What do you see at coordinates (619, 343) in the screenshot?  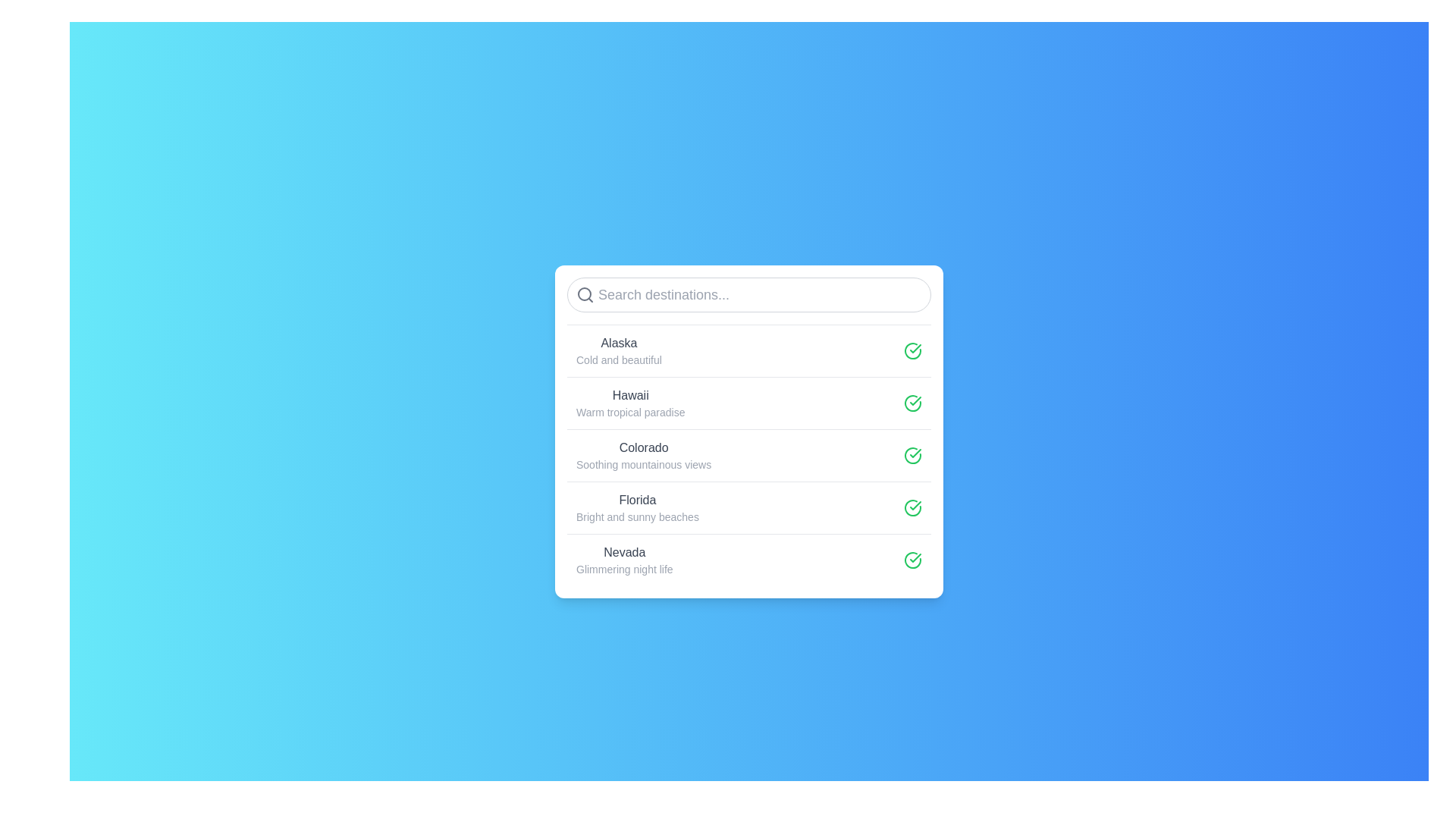 I see `text content of the text label displaying 'Alaska', which is the first item in the list of destinations located directly below the search bar` at bounding box center [619, 343].